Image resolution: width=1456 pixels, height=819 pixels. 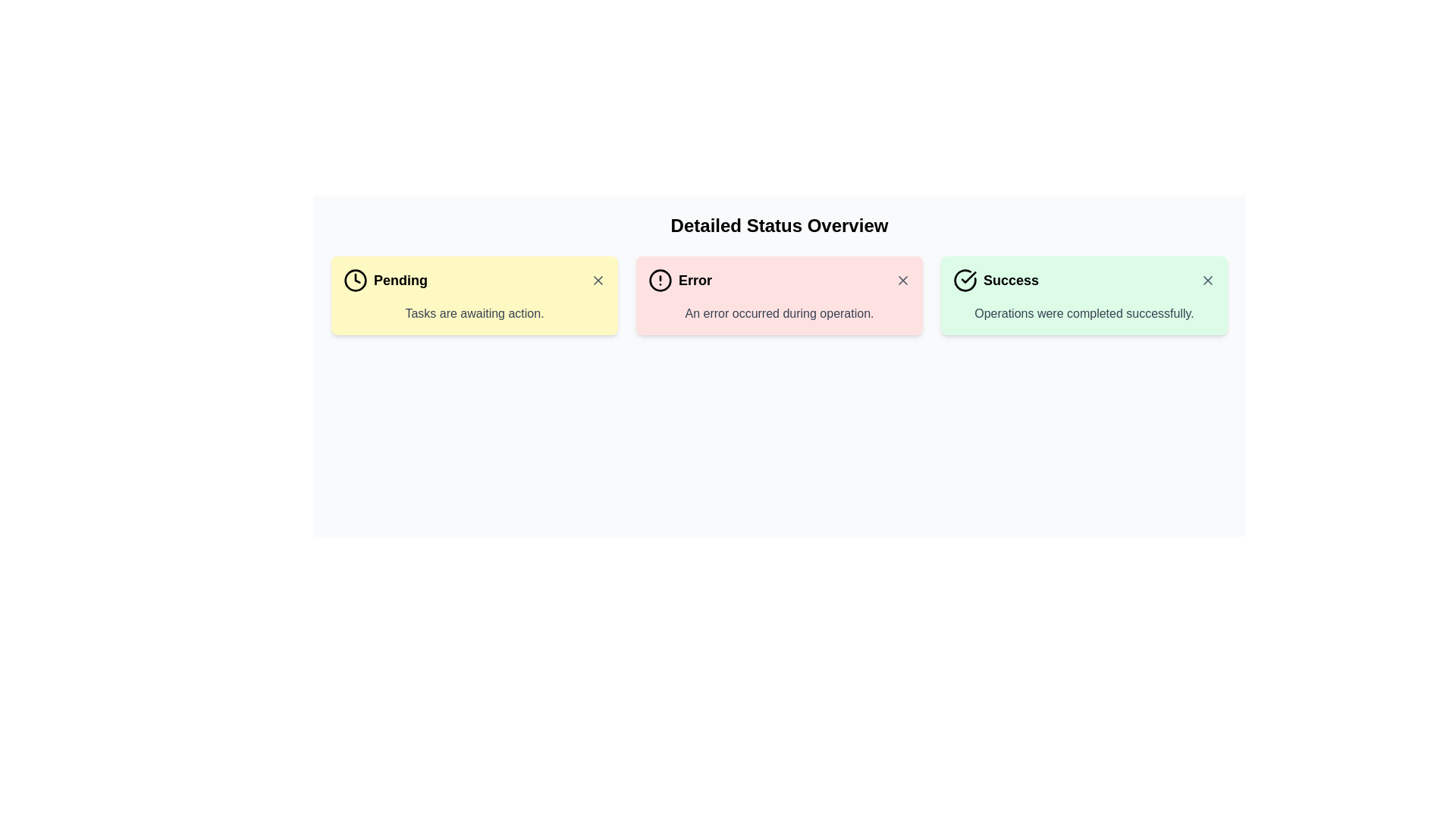 I want to click on the Status indicator labeled 'Success', which features a bold text label and a circled checkmark icon, indicating a successful status, so click(x=996, y=281).